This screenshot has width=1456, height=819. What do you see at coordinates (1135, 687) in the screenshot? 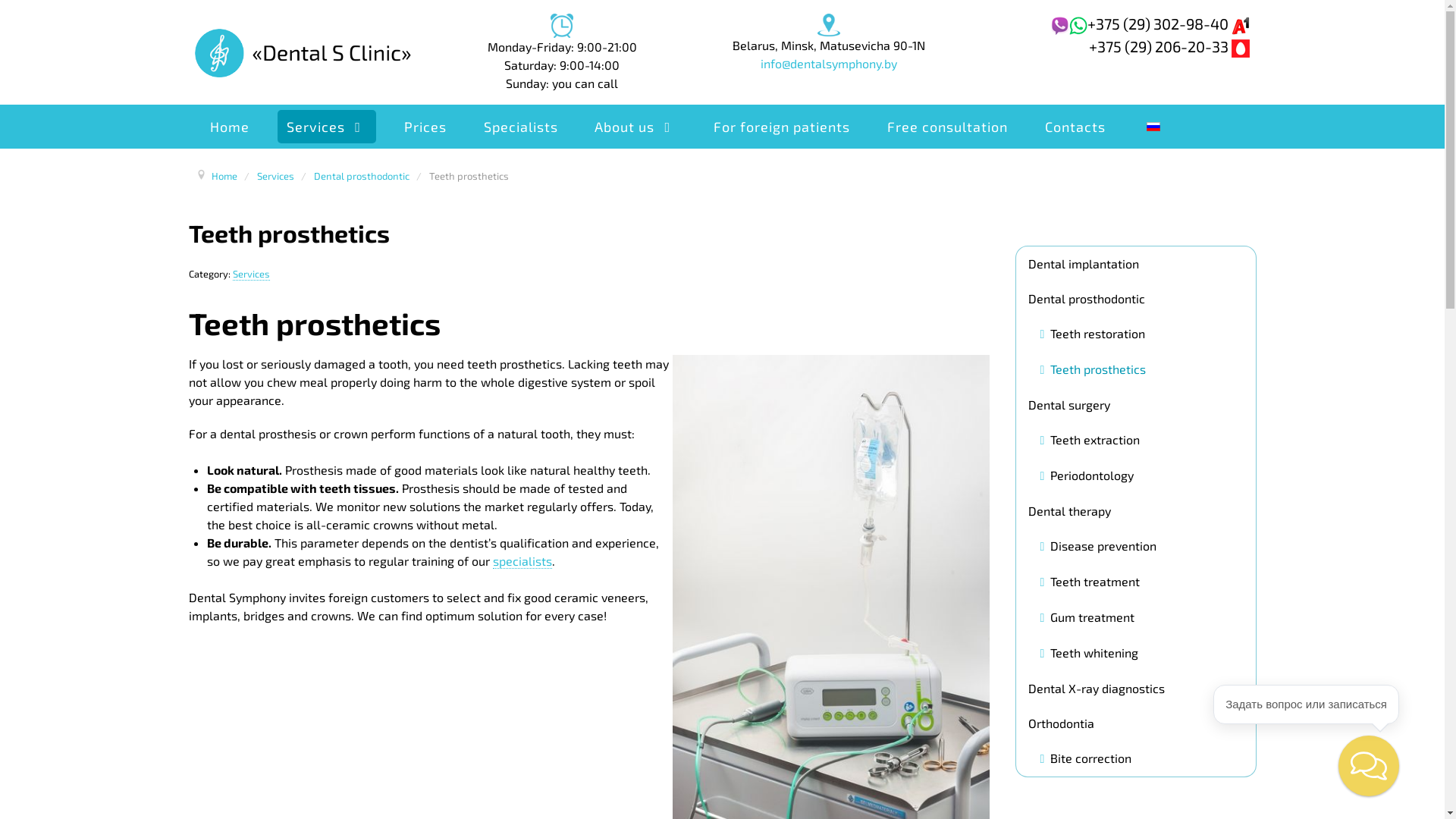
I see `'Dental X-ray diagnostics'` at bounding box center [1135, 687].